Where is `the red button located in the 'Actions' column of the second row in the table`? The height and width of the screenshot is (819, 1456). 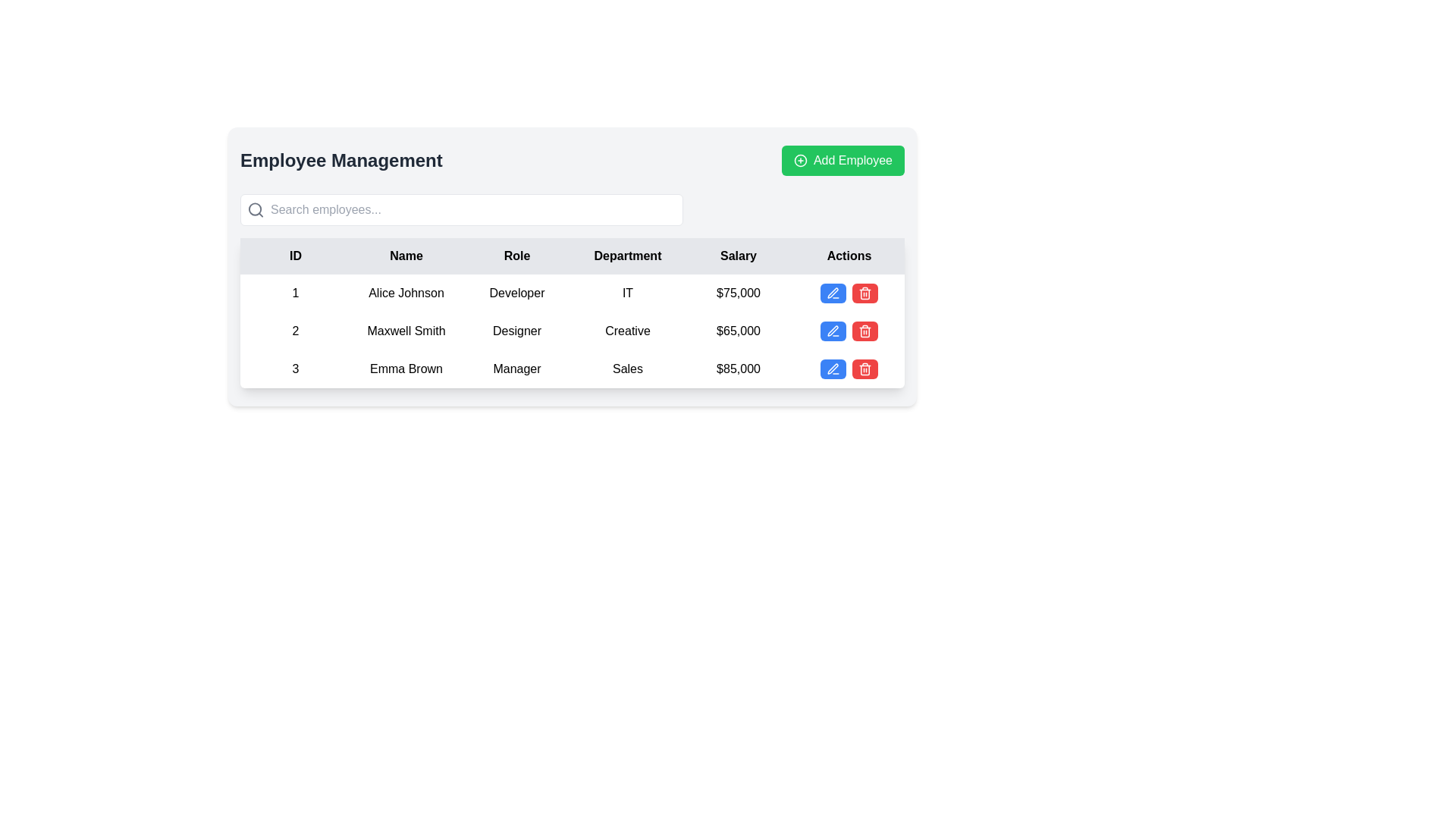
the red button located in the 'Actions' column of the second row in the table is located at coordinates (848, 330).